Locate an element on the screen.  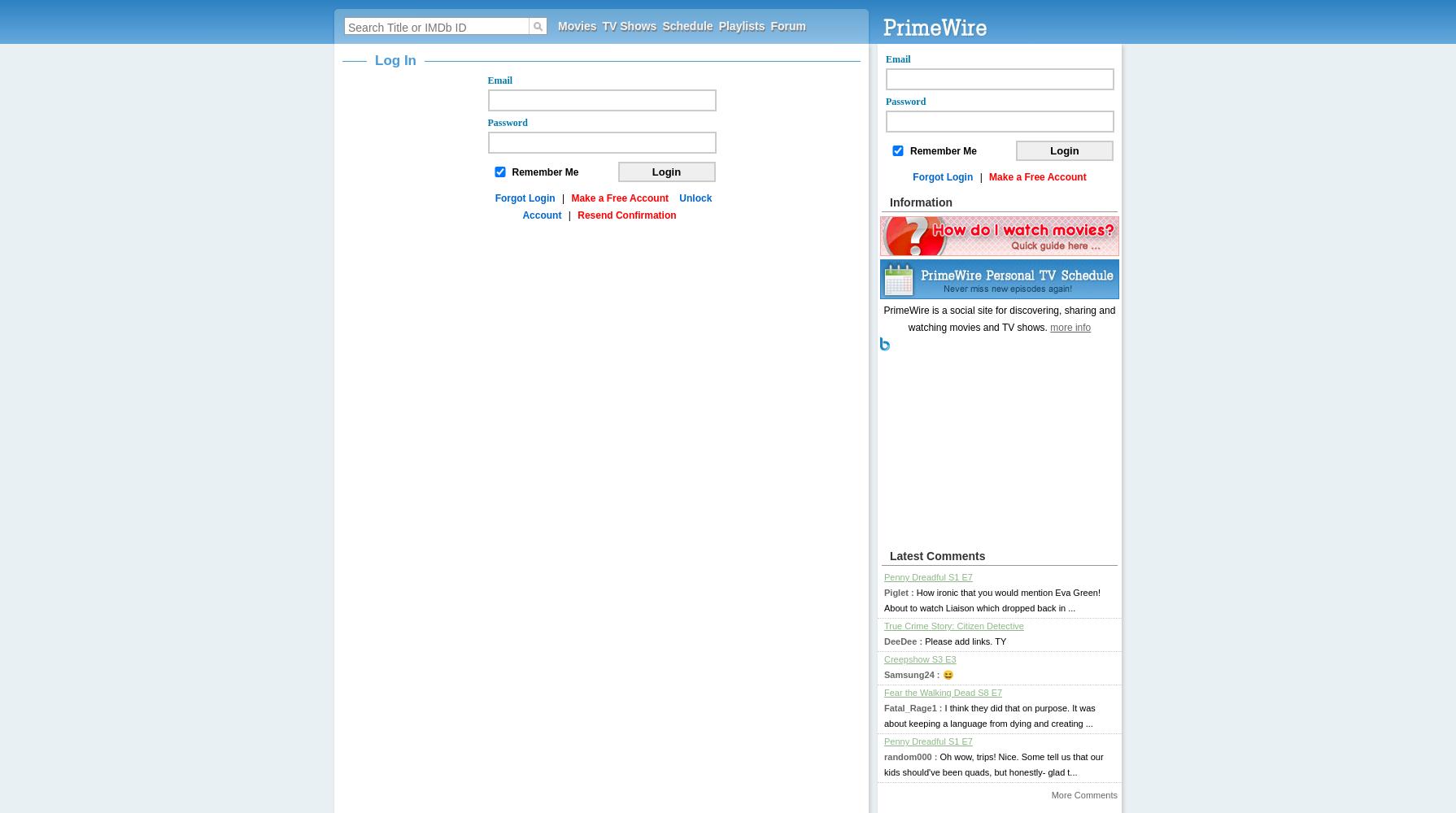
'More Comments' is located at coordinates (1084, 794).